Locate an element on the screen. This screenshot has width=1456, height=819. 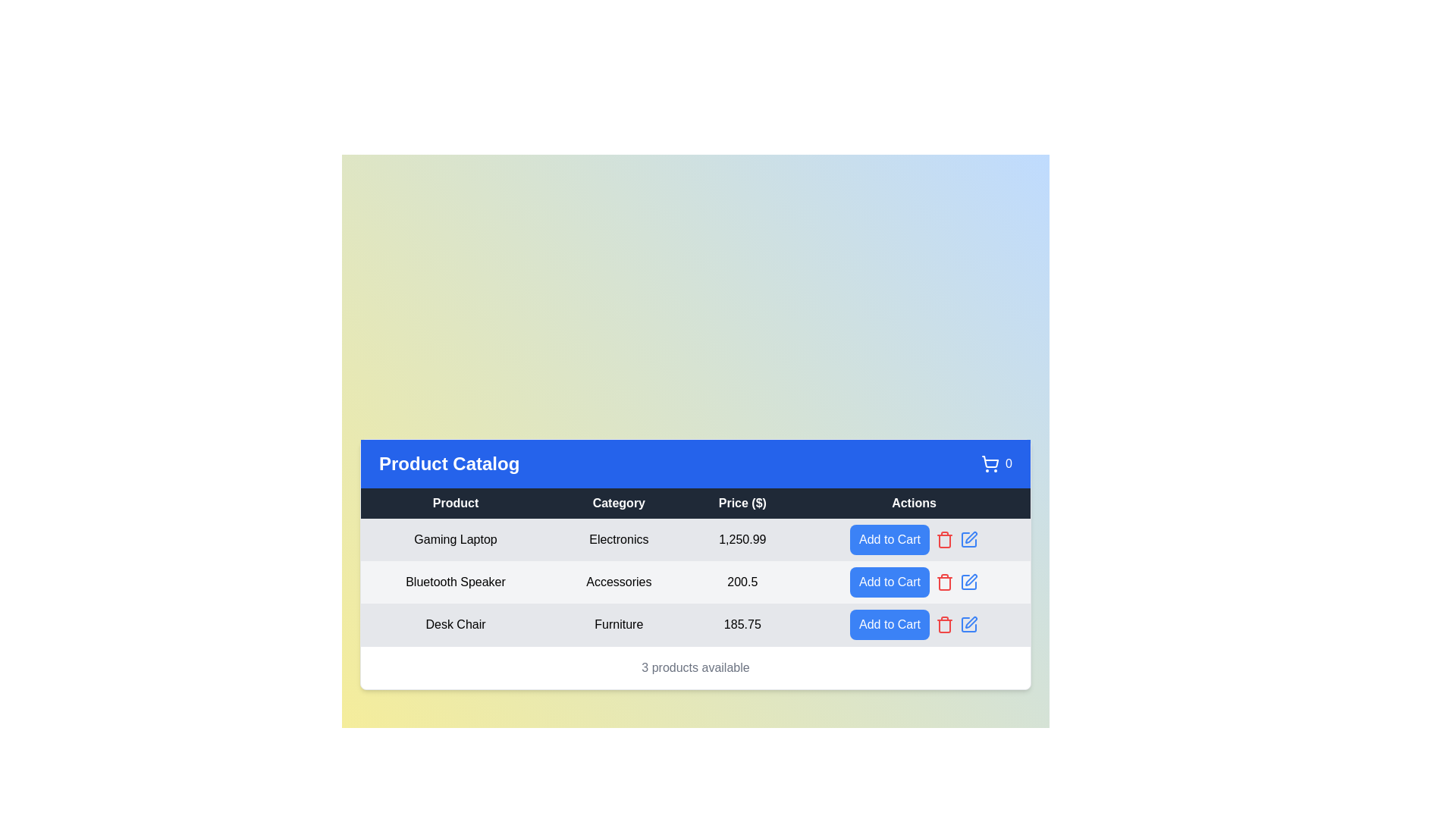
the text label displaying 'Electronics', which is styled with a light grey background and black text, located in the second cell of the first row under the 'Product' header in a tabular layout is located at coordinates (619, 538).